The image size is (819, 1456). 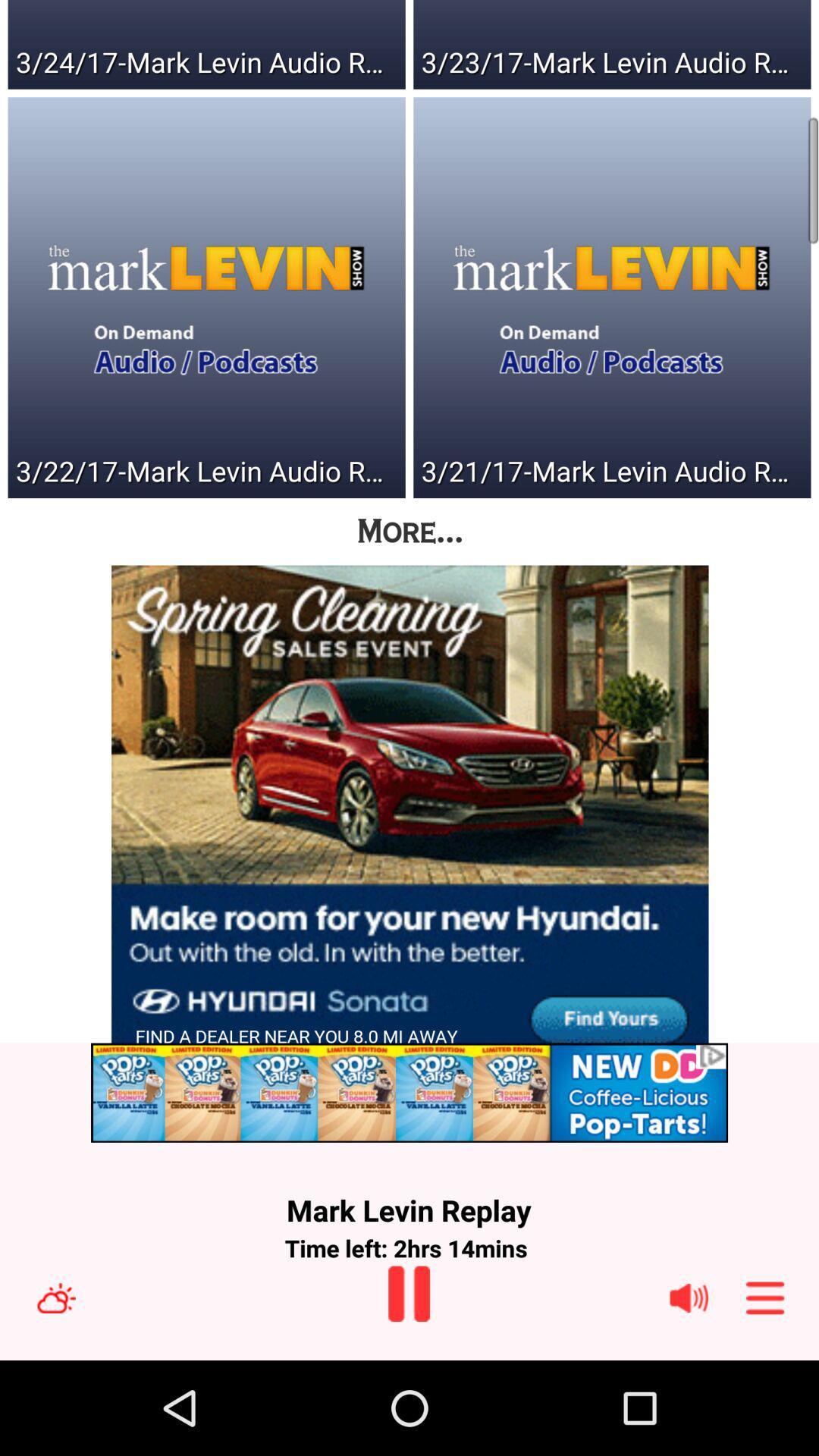 I want to click on advertisement banner, so click(x=409, y=1093).